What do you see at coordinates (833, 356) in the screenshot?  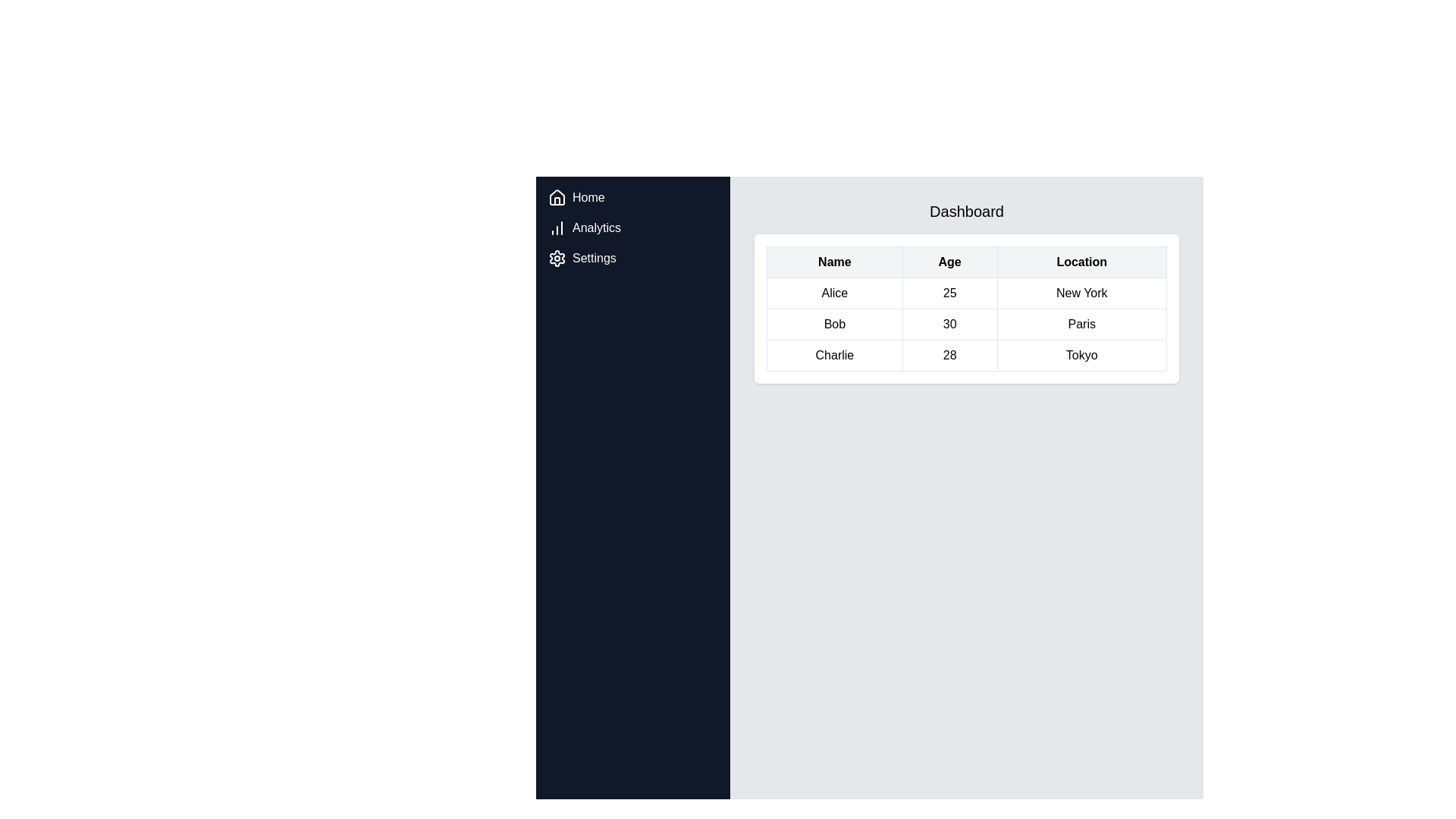 I see `the text label displaying an individual's name located in the first column of the third row of a three-column table` at bounding box center [833, 356].